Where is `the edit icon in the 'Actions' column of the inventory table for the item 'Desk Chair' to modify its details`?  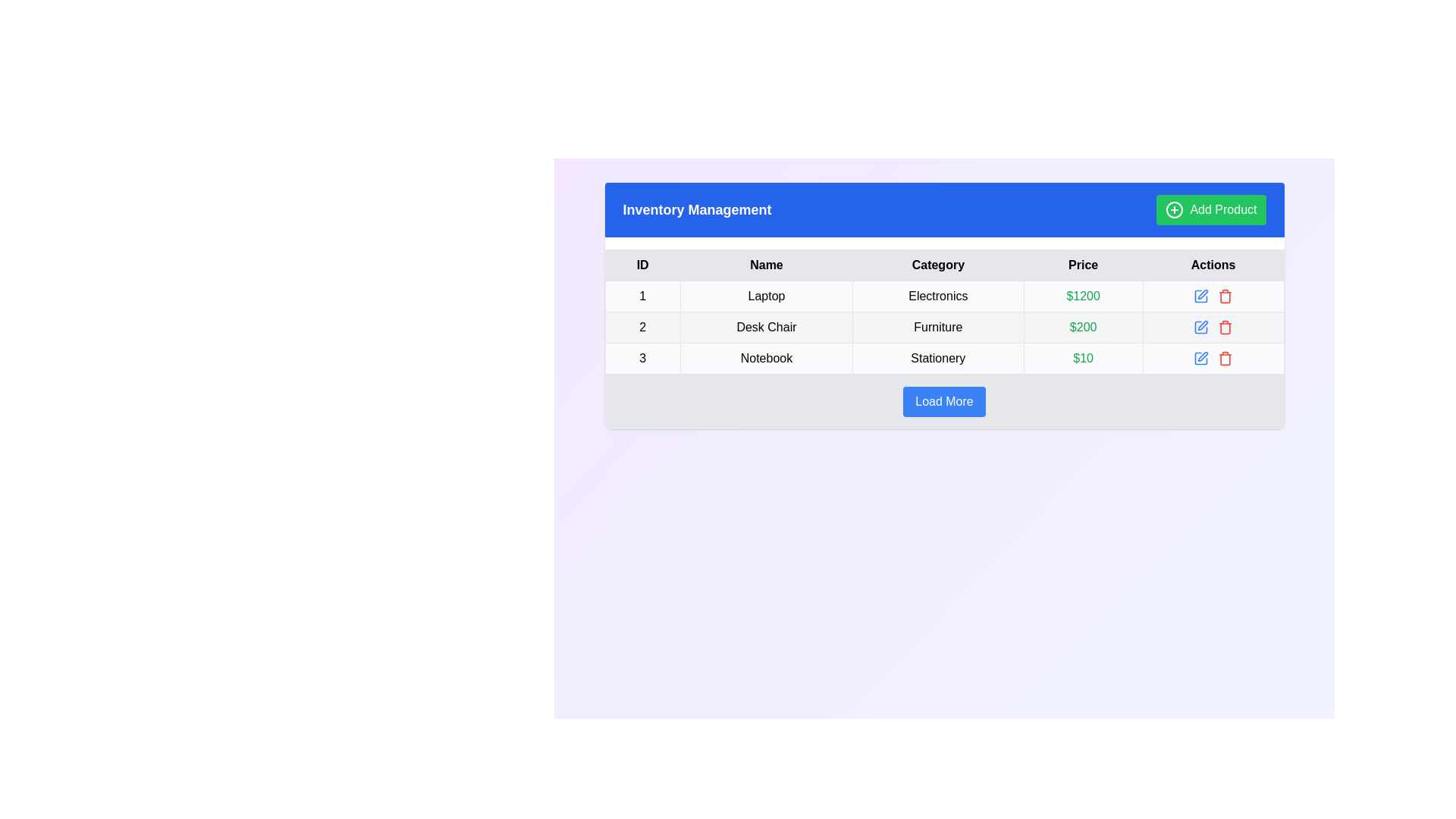 the edit icon in the 'Actions' column of the inventory table for the item 'Desk Chair' to modify its details is located at coordinates (1213, 327).